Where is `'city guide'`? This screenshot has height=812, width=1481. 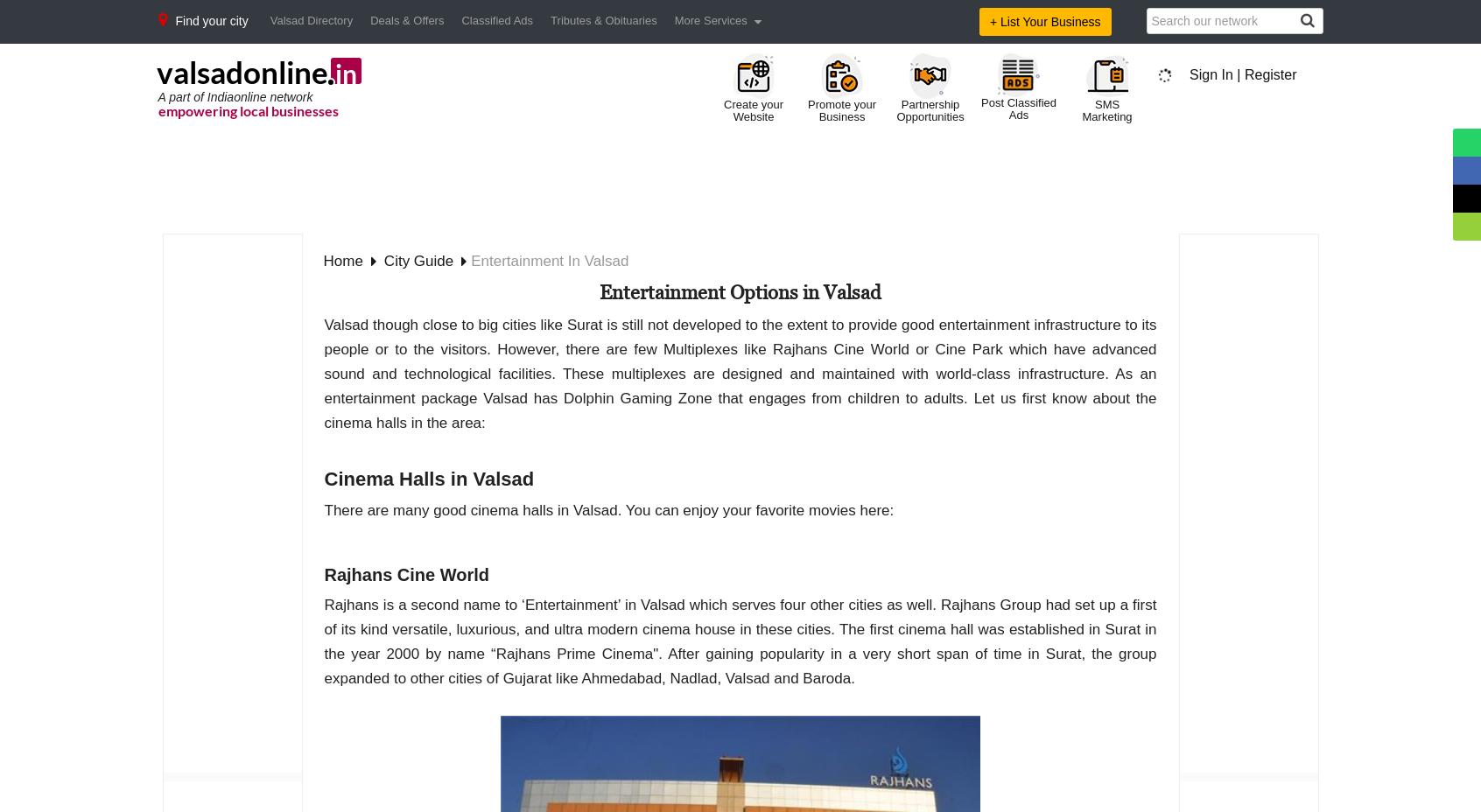
'city guide' is located at coordinates (417, 260).